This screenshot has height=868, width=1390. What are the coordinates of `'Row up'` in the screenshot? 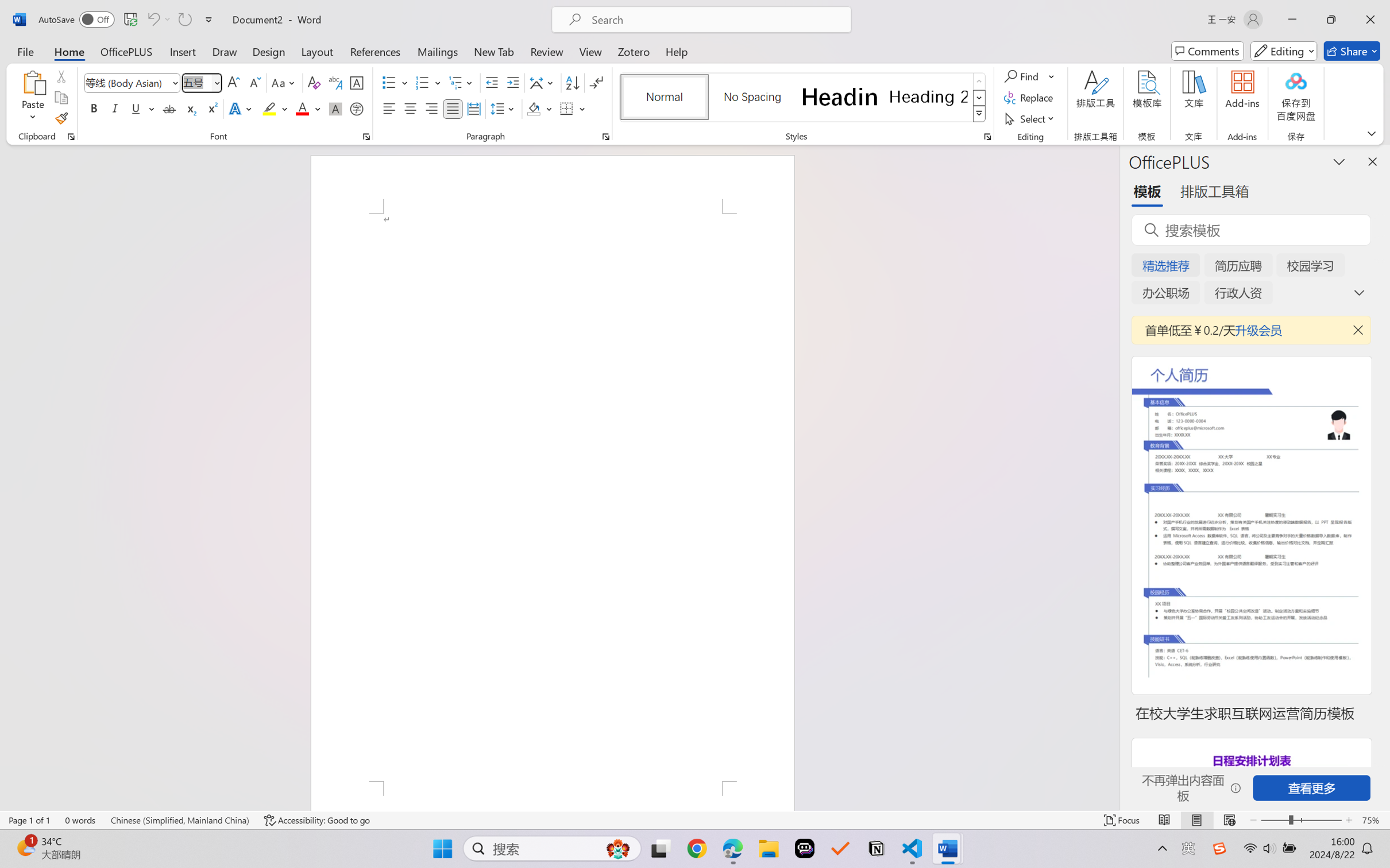 It's located at (978, 81).